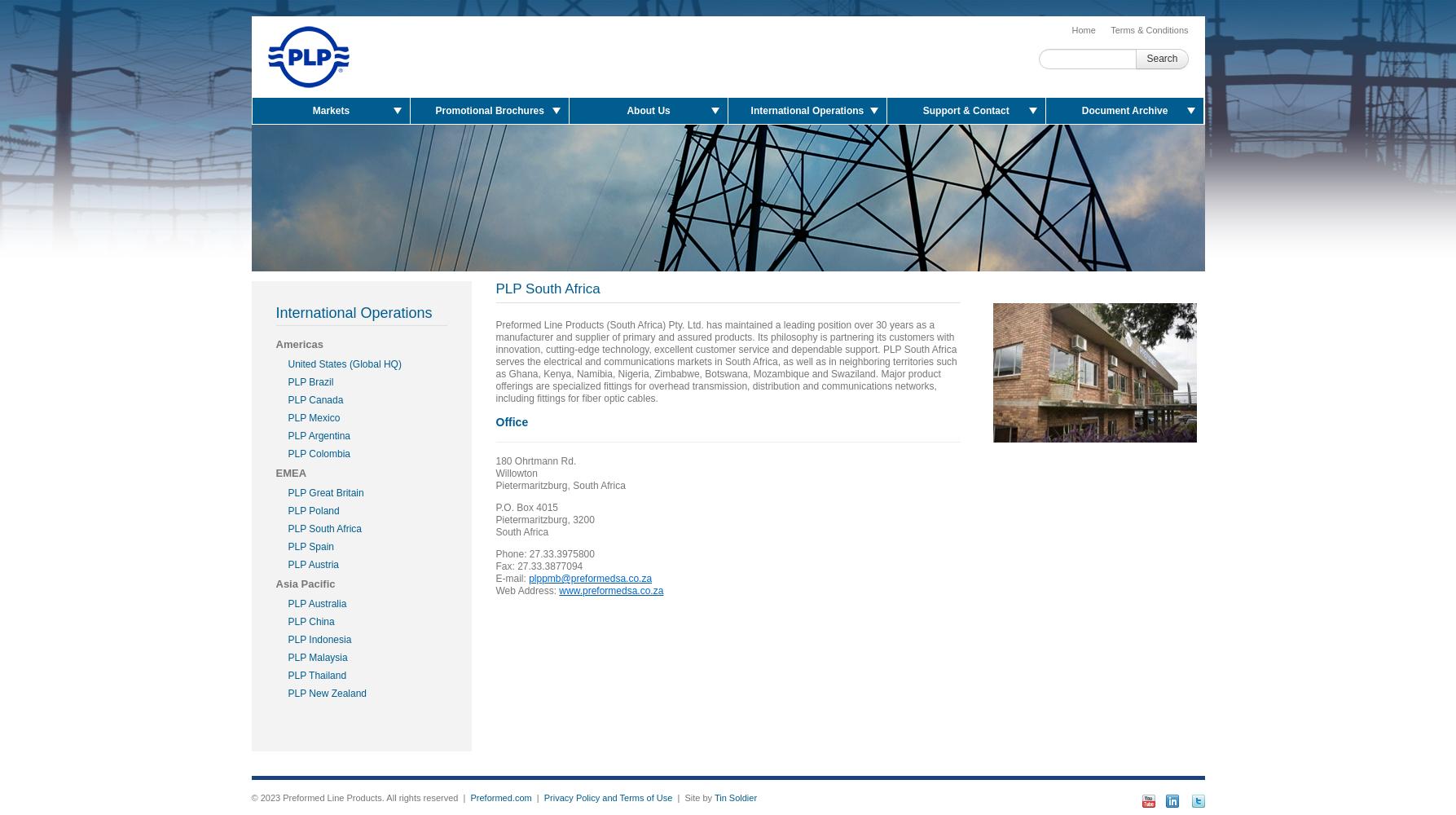 The height and width of the screenshot is (815, 1456). Describe the element at coordinates (315, 399) in the screenshot. I see `'PLP Canada'` at that location.